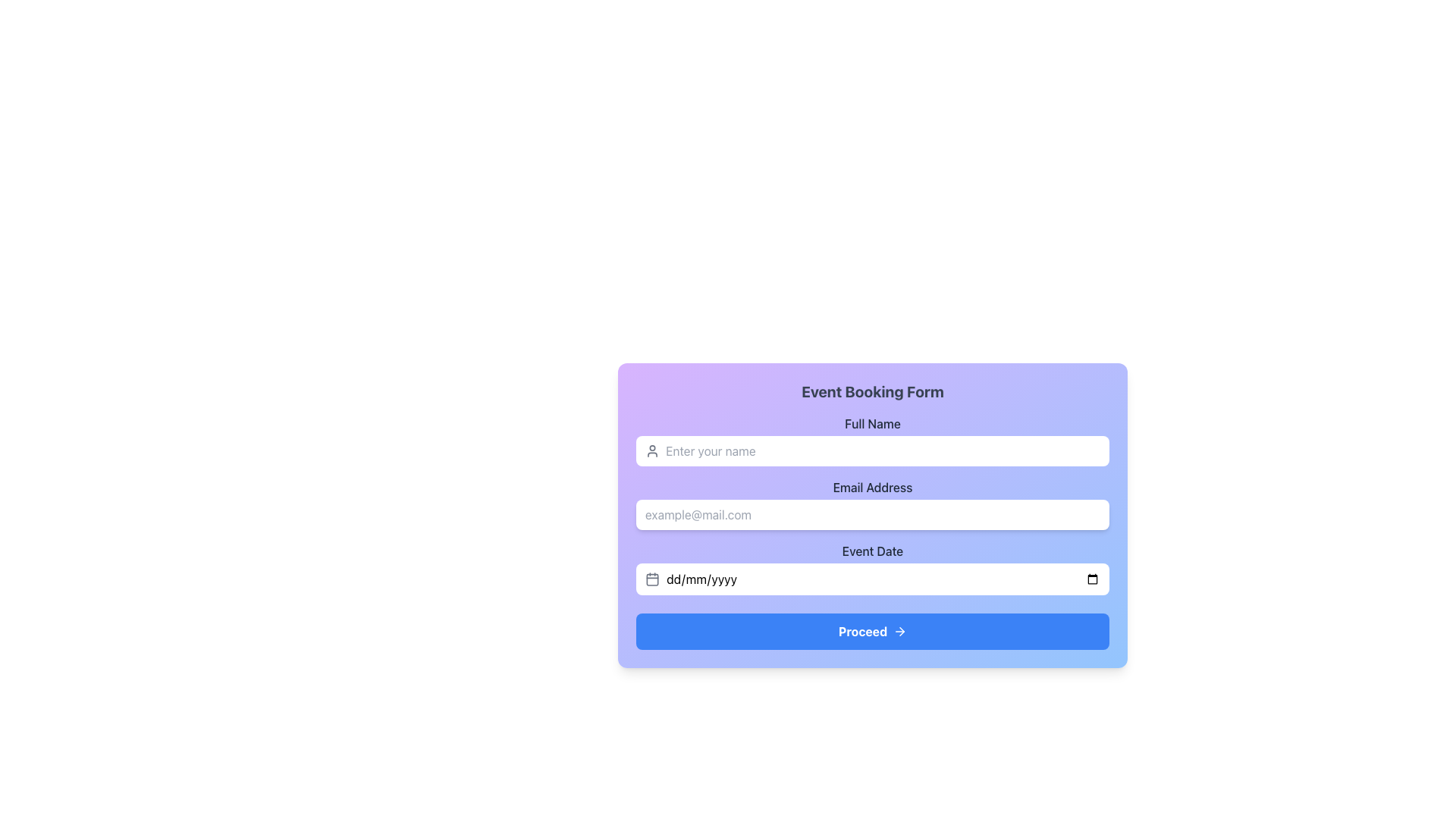 The width and height of the screenshot is (1456, 819). What do you see at coordinates (873, 568) in the screenshot?
I see `inside the Date Input Field` at bounding box center [873, 568].